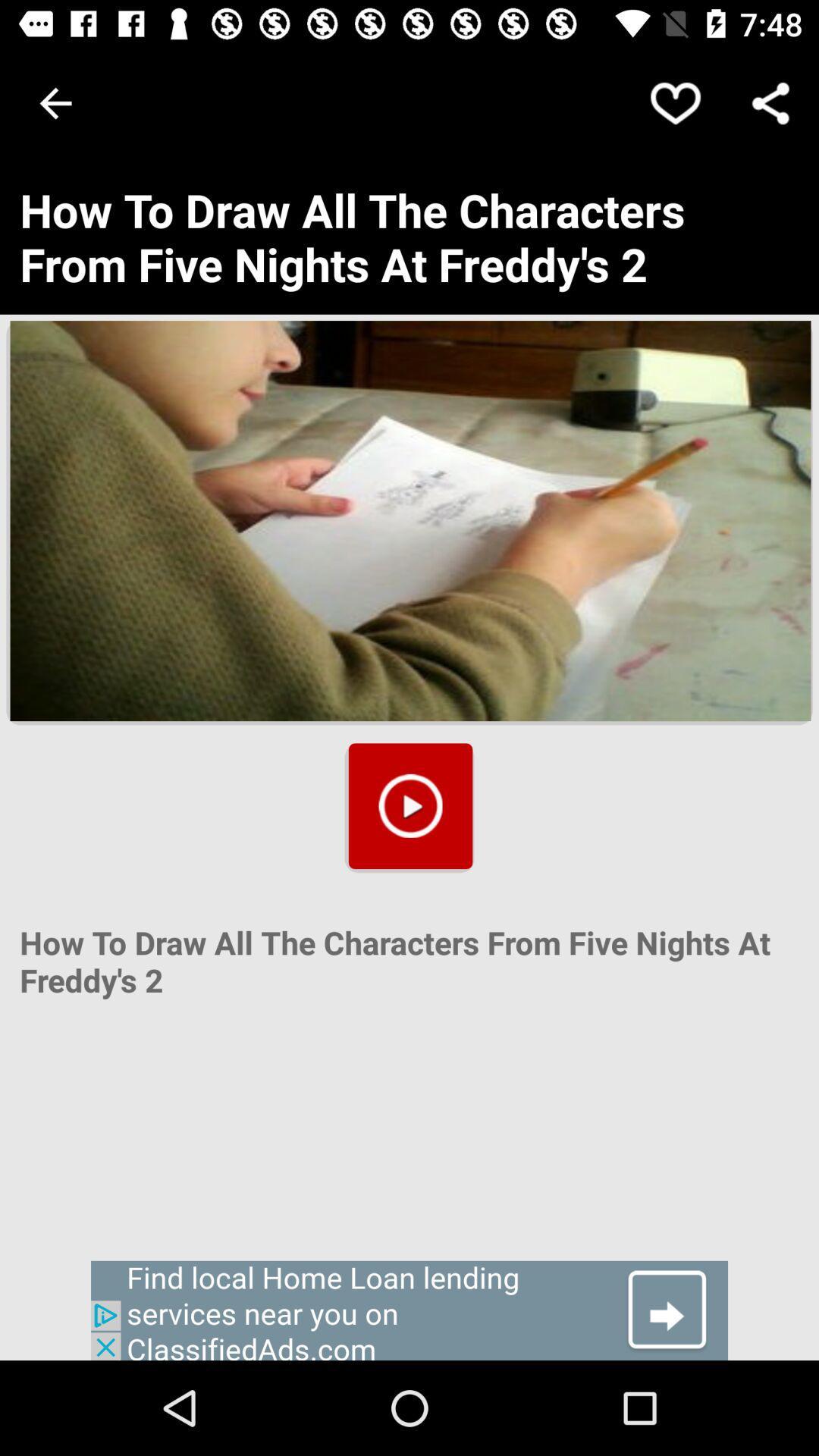  Describe the element at coordinates (410, 805) in the screenshot. I see `the play icon` at that location.